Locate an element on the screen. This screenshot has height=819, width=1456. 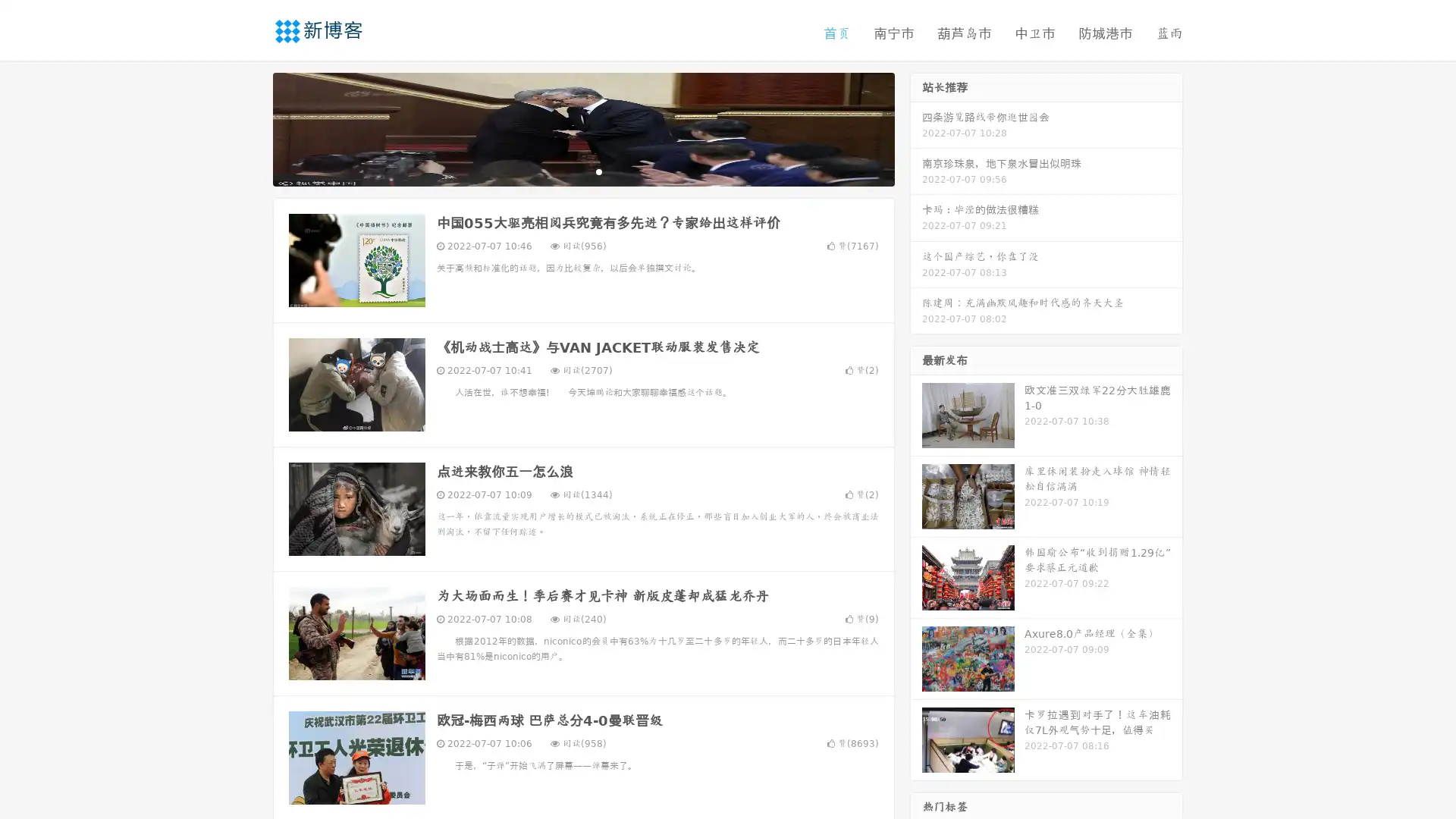
Go to slide 2 is located at coordinates (582, 171).